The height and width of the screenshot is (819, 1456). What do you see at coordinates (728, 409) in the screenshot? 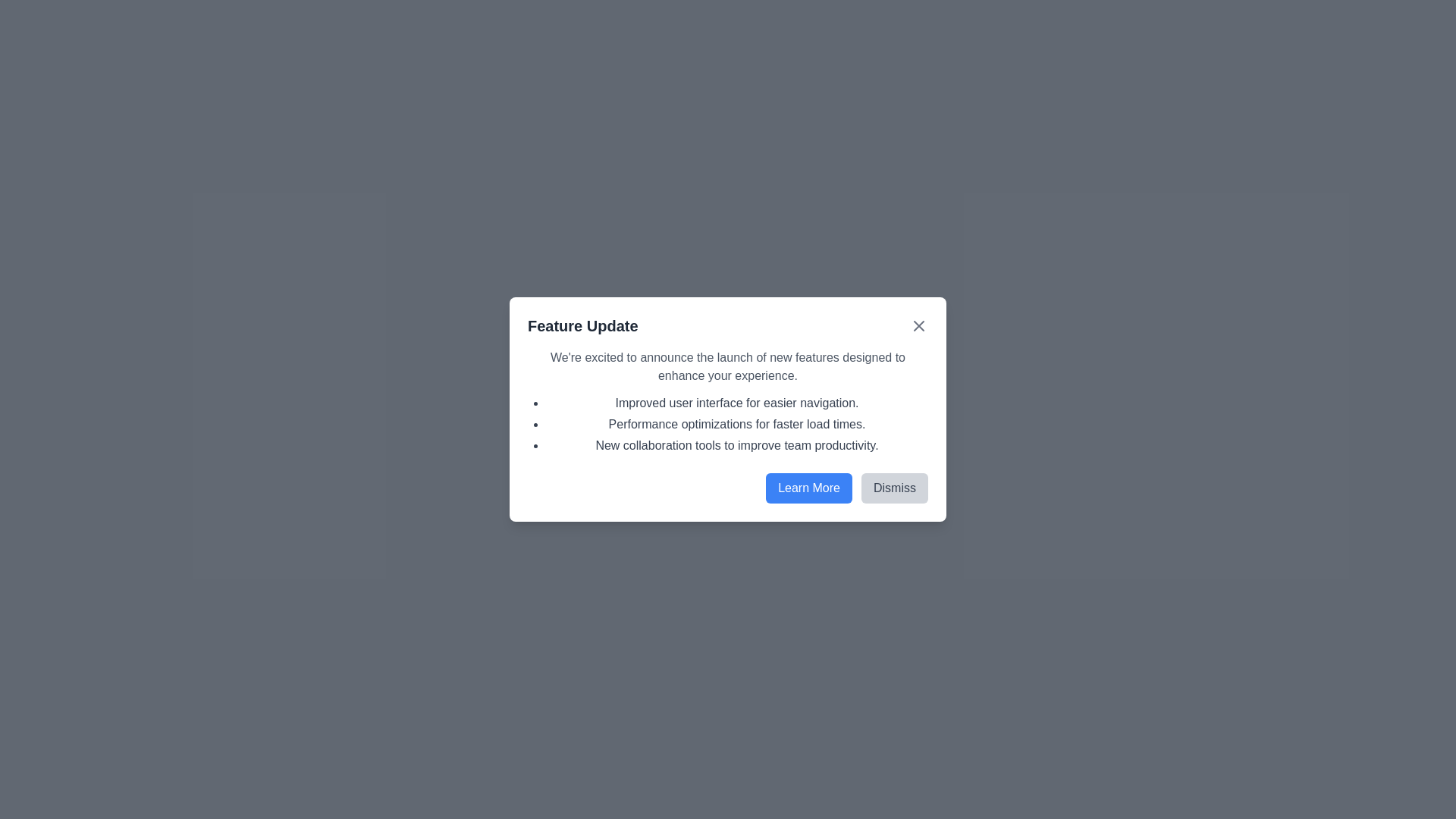
I see `the background to dismiss the dialog` at bounding box center [728, 409].